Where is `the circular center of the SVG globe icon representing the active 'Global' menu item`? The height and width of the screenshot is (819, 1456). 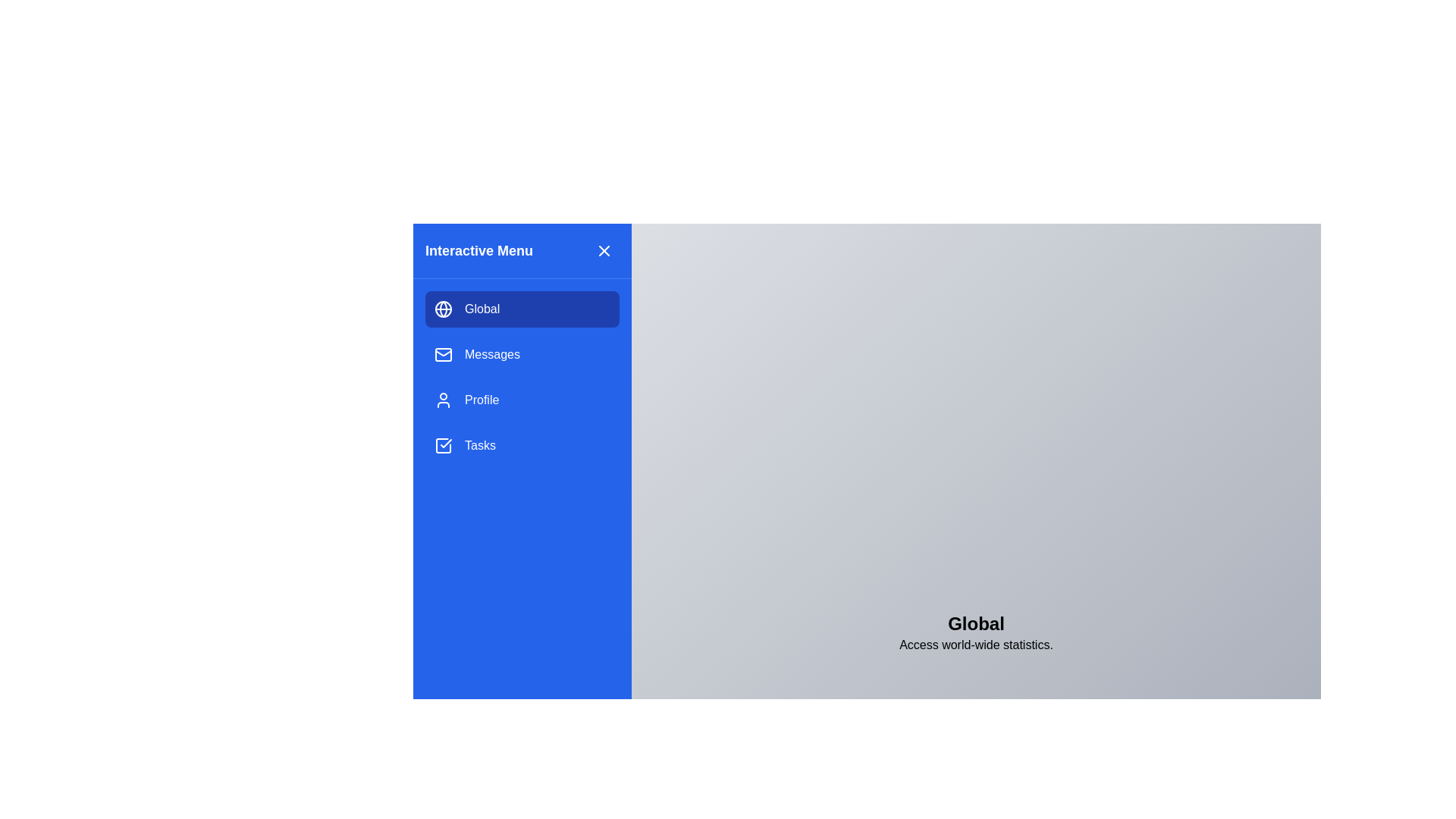 the circular center of the SVG globe icon representing the active 'Global' menu item is located at coordinates (443, 309).